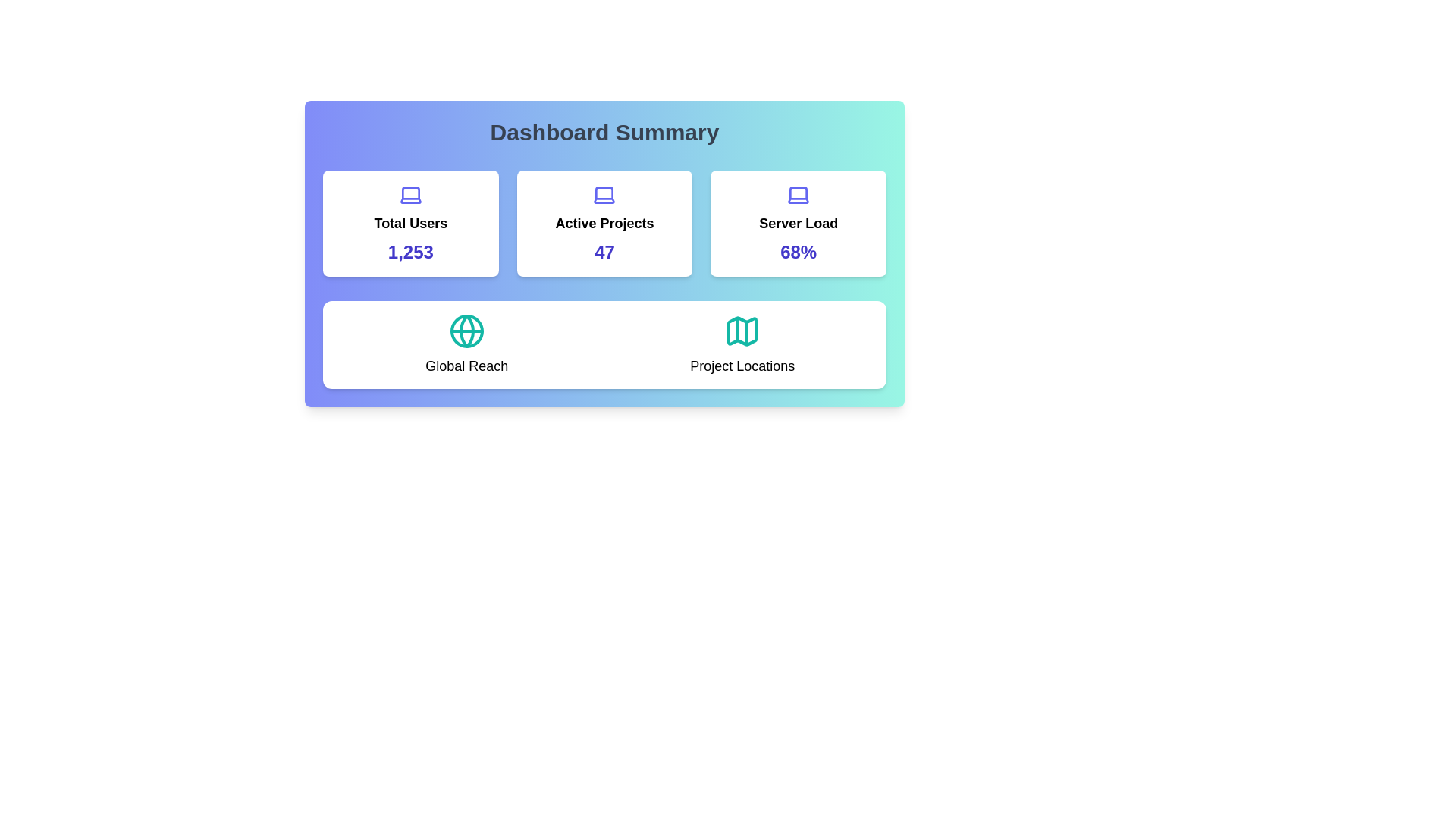  Describe the element at coordinates (410, 223) in the screenshot. I see `the 'Total Users' text label, which is styled in bold and larger font, located within the first card of the top row of the dashboard grid layout, directly below the laptop icon and above the numeric label '1,253'` at that location.